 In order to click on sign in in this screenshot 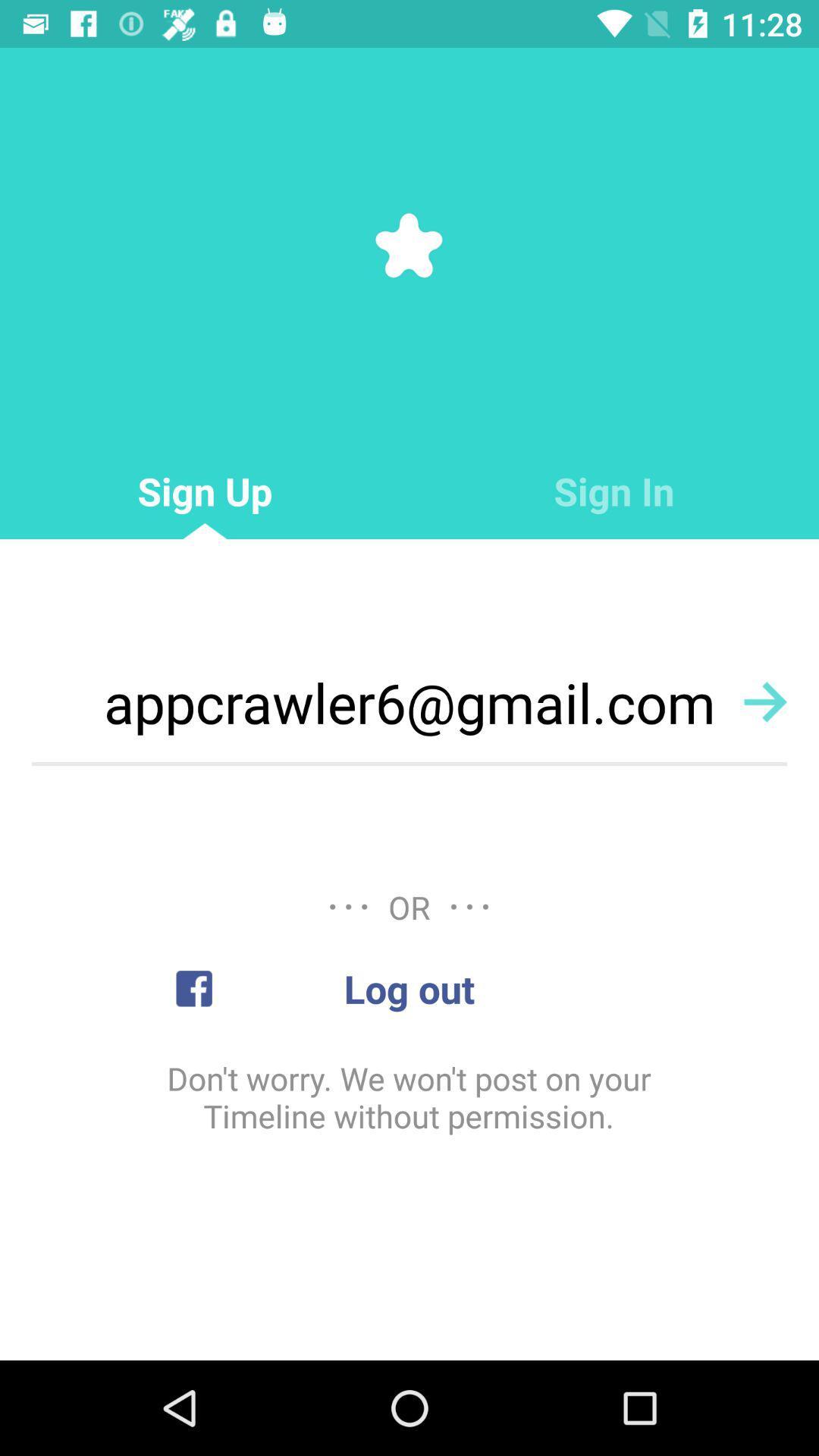, I will do `click(614, 491)`.